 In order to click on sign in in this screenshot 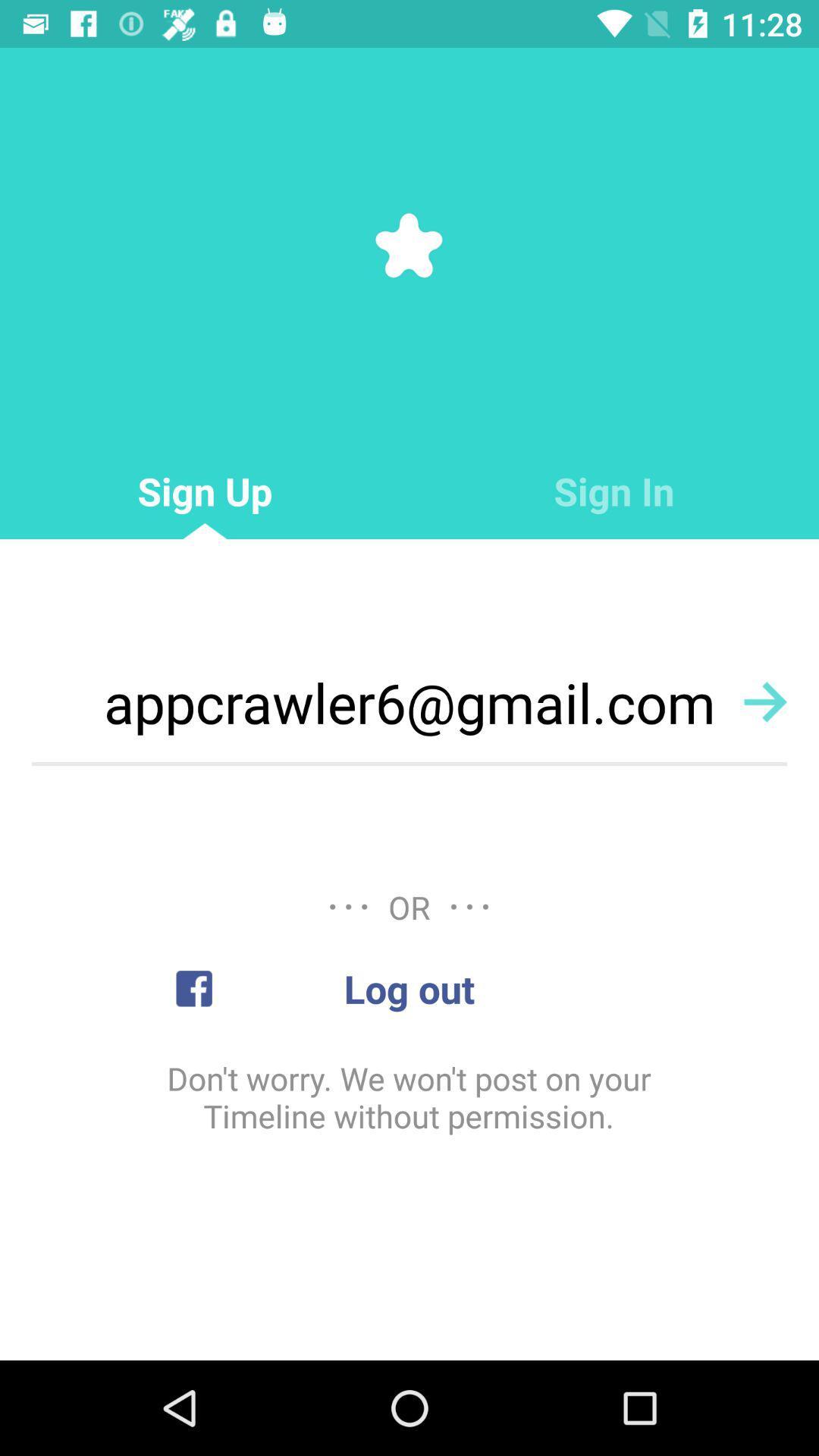, I will do `click(614, 491)`.